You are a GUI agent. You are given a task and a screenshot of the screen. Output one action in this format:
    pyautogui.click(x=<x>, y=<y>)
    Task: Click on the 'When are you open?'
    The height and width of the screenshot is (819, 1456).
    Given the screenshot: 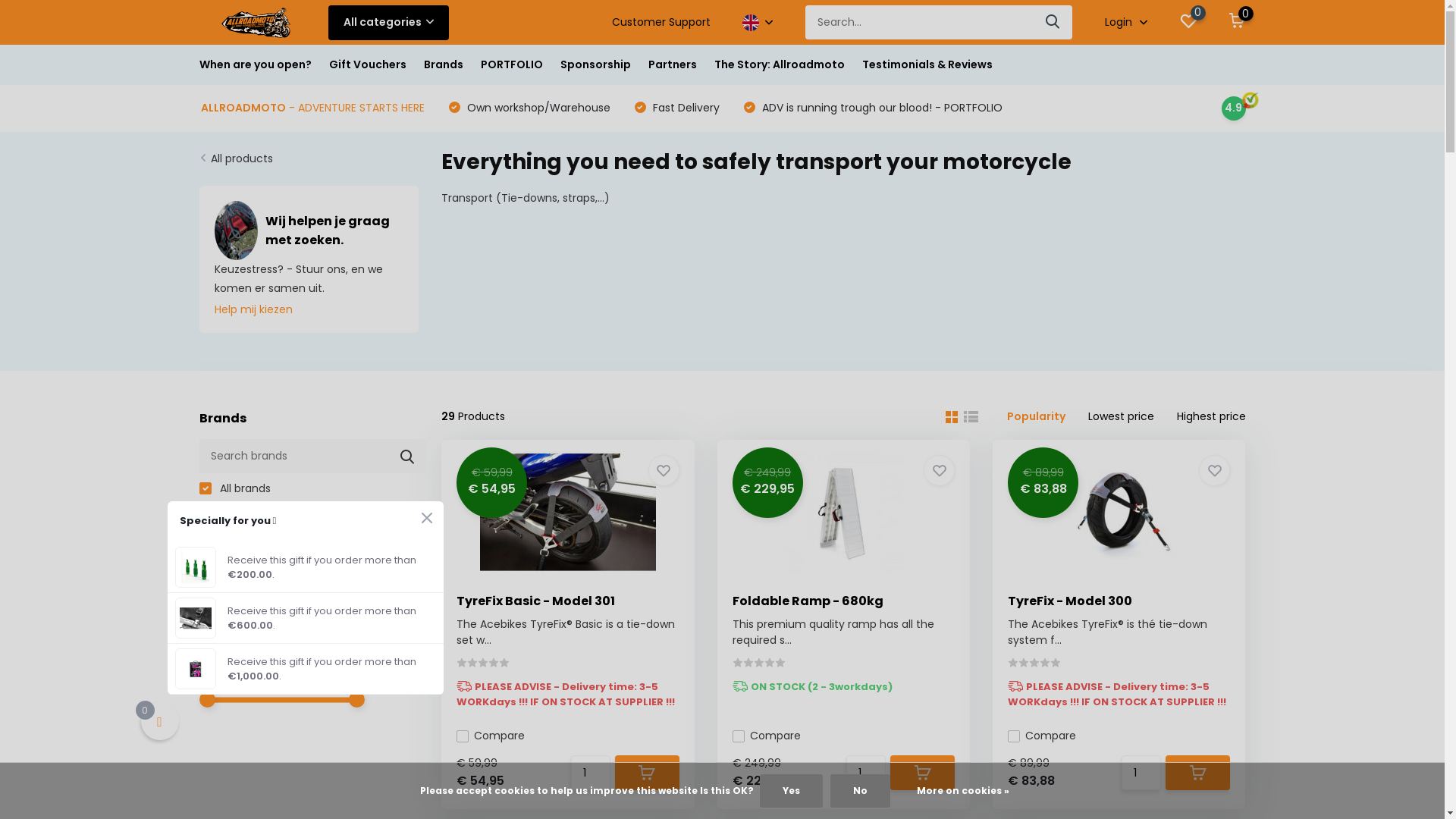 What is the action you would take?
    pyautogui.click(x=255, y=64)
    